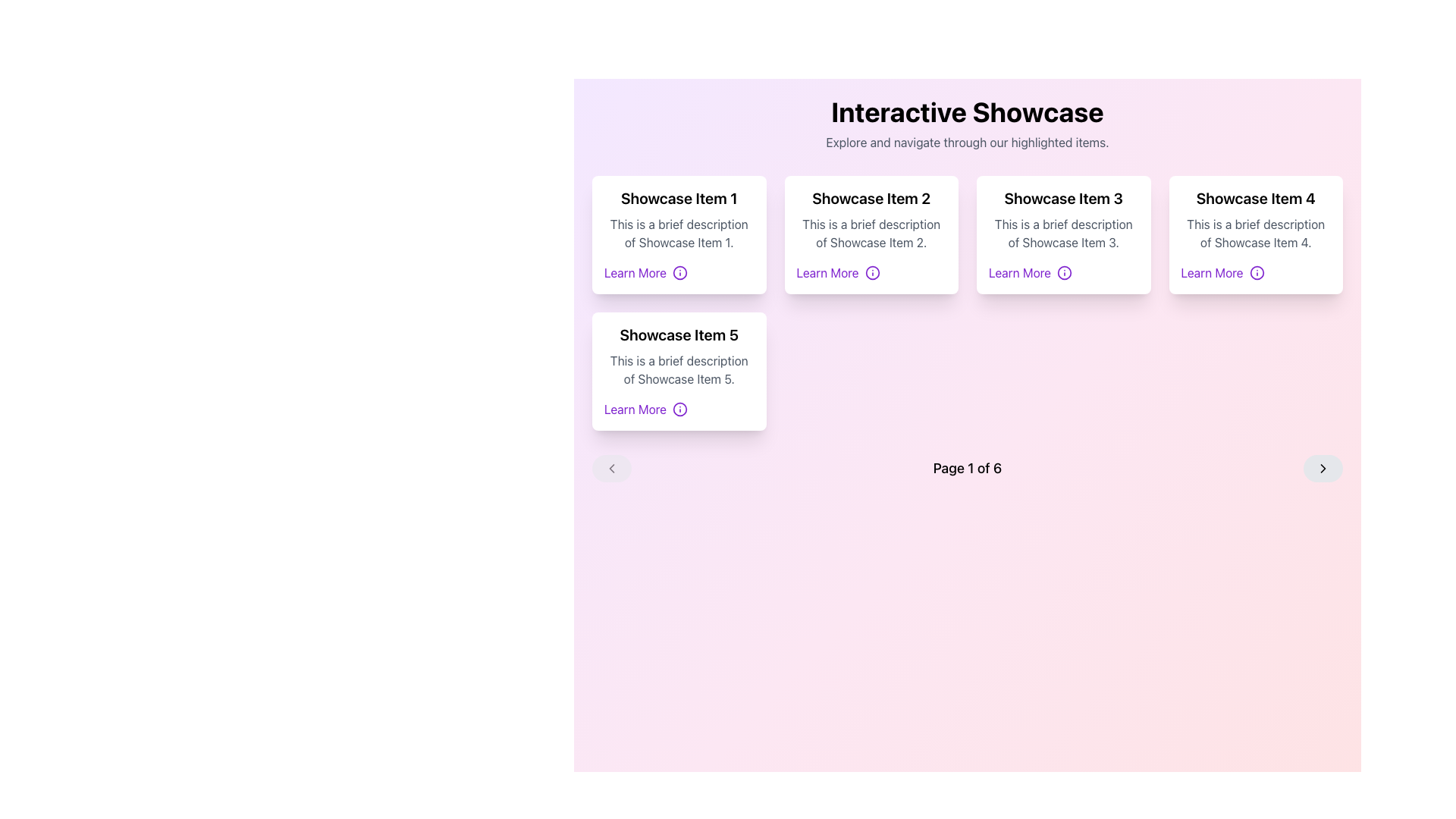  Describe the element at coordinates (1064, 271) in the screenshot. I see `the circular information icon next to the 'Learn More' text under 'Showcase Item 3'` at that location.